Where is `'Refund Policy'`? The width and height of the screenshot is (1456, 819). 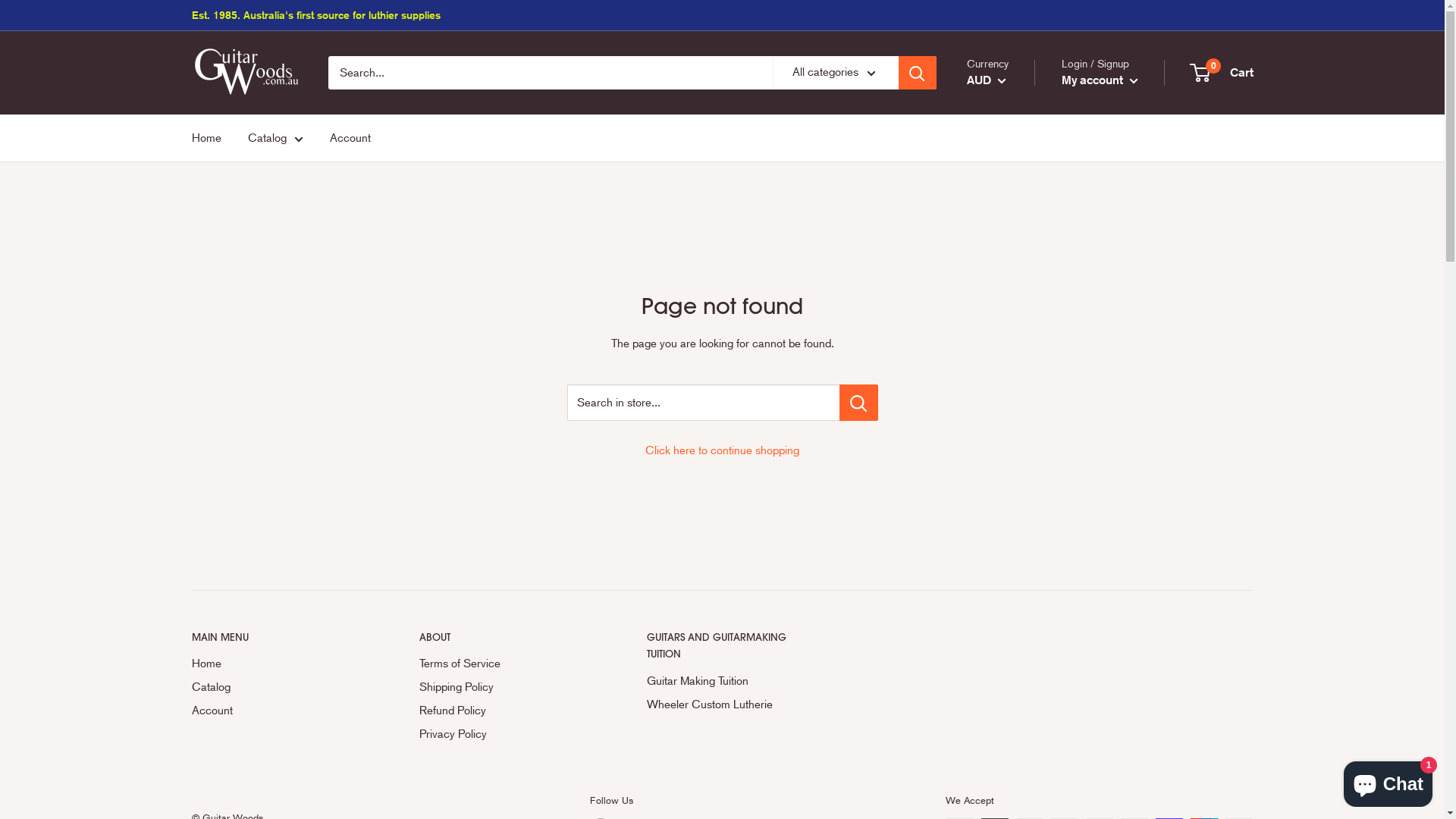
'Refund Policy' is located at coordinates (419, 711).